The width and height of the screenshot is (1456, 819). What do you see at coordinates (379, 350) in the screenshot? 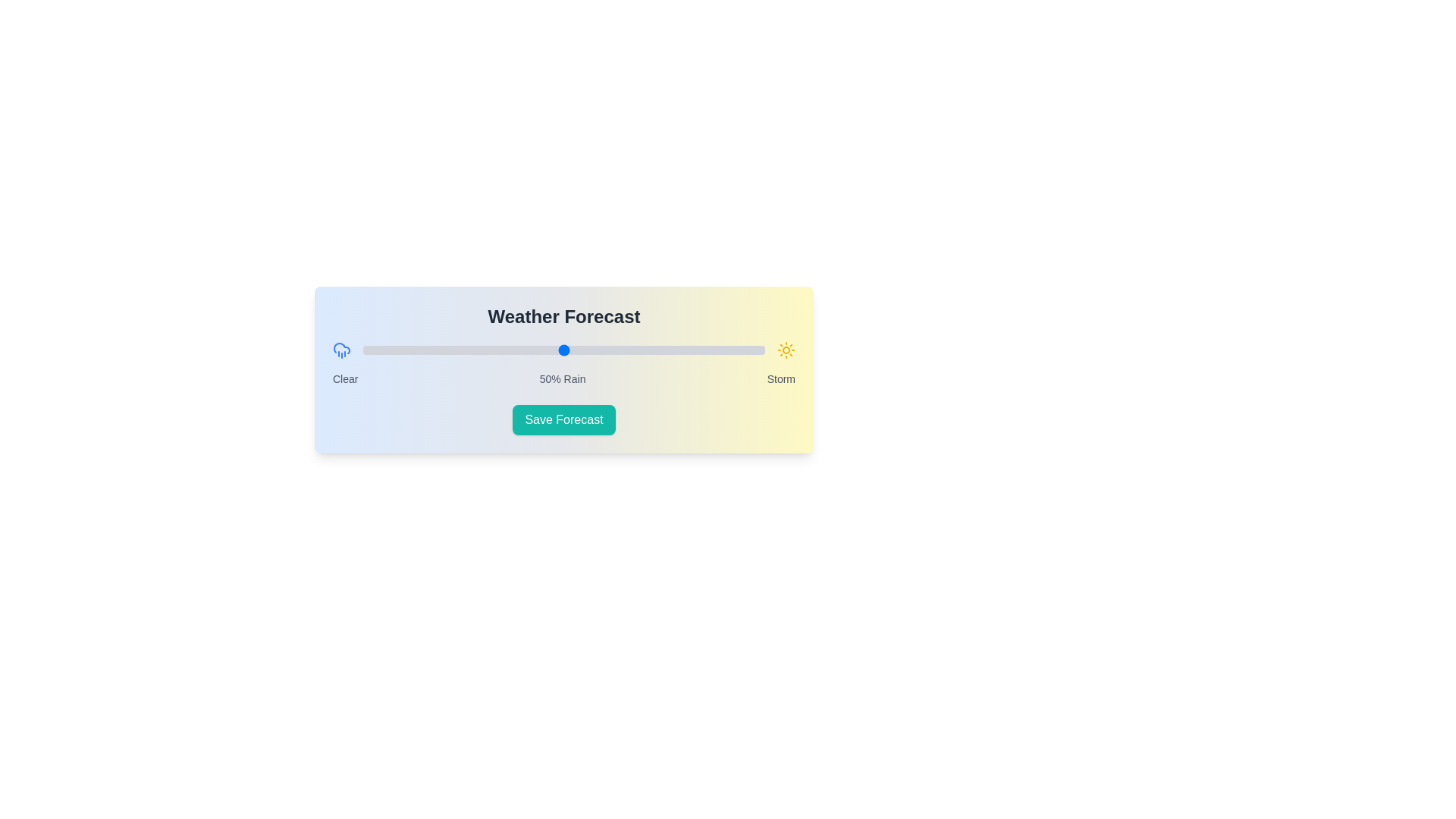
I see `the slider to set the rain probability to 4%` at bounding box center [379, 350].